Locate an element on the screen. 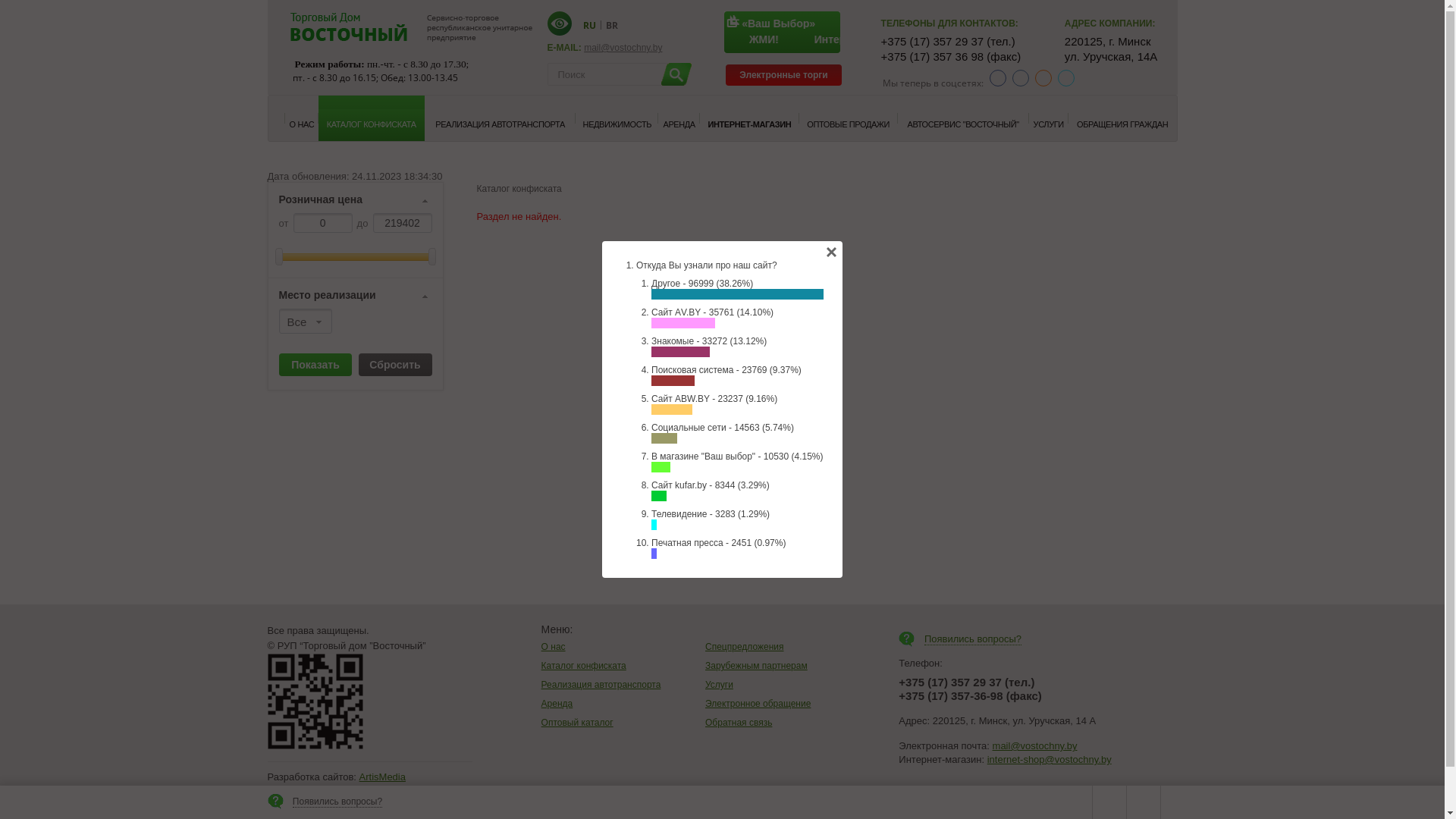 The height and width of the screenshot is (819, 1456). 'twitter' is located at coordinates (1065, 78).